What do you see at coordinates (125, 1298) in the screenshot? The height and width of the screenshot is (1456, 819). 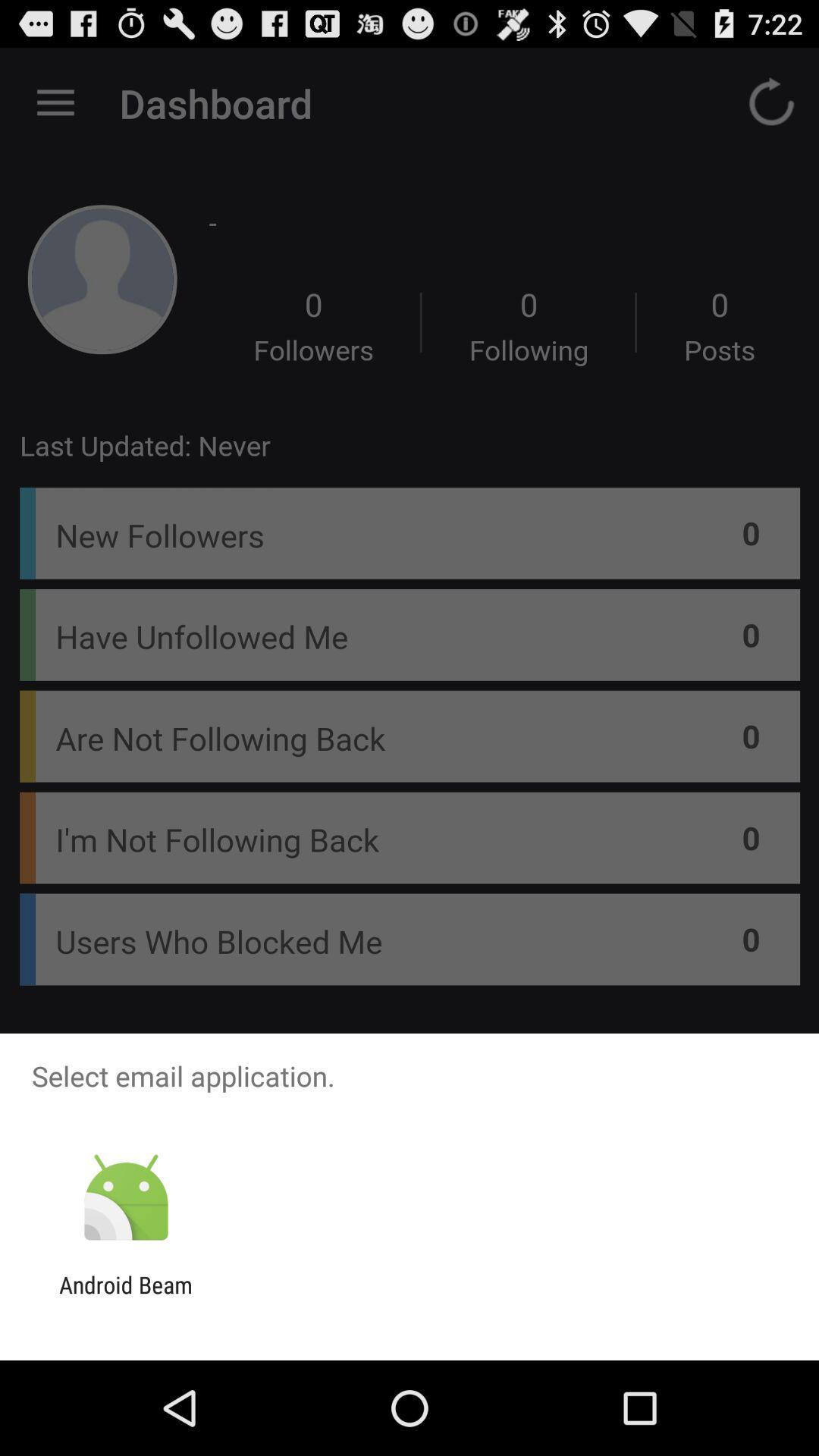 I see `the android beam app` at bounding box center [125, 1298].